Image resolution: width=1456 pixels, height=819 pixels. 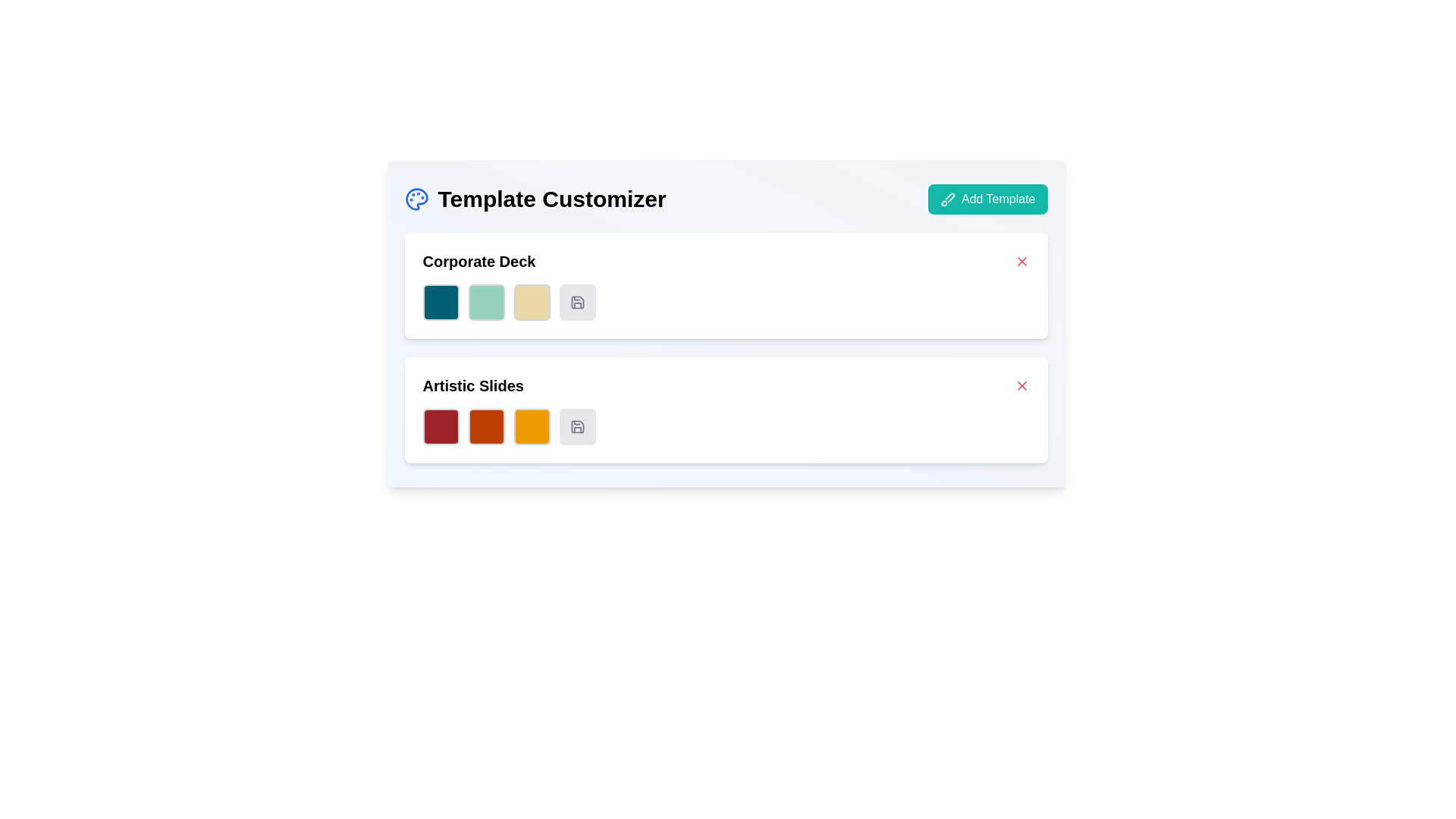 What do you see at coordinates (440, 427) in the screenshot?
I see `the deep red color block with rounded corners in the 'Artistic Slides' section` at bounding box center [440, 427].